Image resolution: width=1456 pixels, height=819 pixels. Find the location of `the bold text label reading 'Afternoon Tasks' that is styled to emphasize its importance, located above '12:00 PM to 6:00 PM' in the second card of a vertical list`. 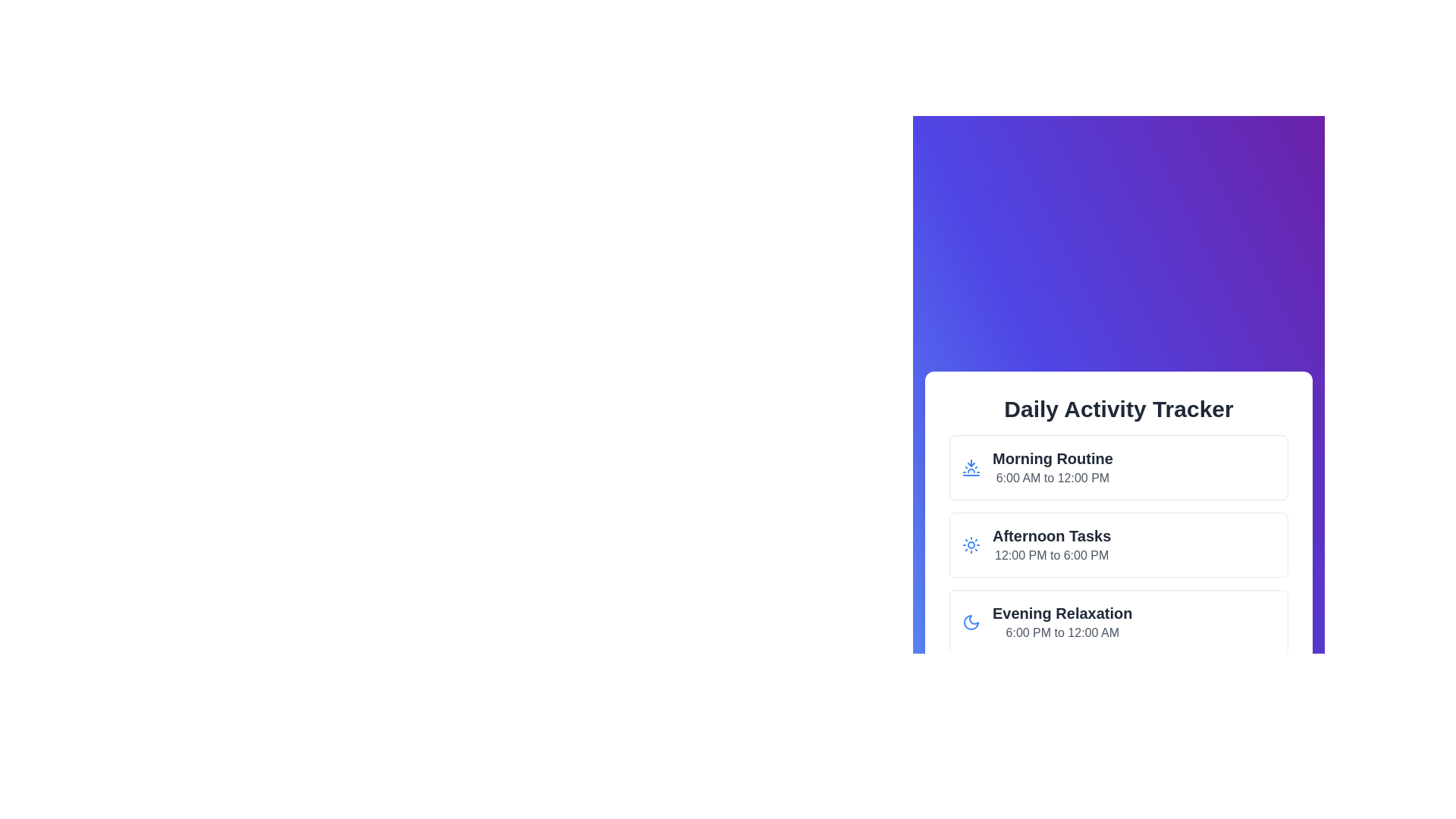

the bold text label reading 'Afternoon Tasks' that is styled to emphasize its importance, located above '12:00 PM to 6:00 PM' in the second card of a vertical list is located at coordinates (1051, 535).